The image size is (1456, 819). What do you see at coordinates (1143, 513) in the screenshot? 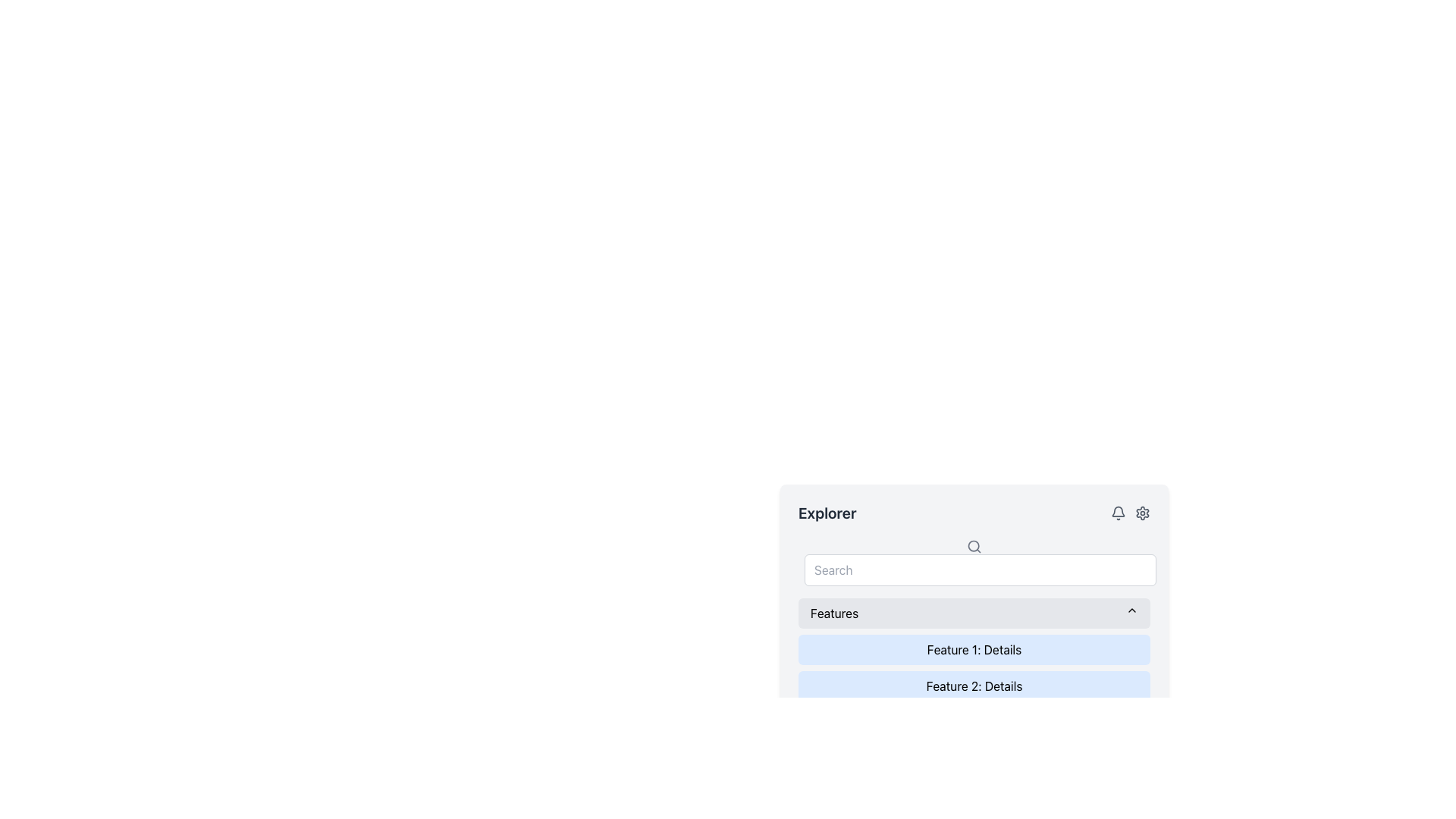
I see `the settings icon located at the top right corner of the interface` at bounding box center [1143, 513].